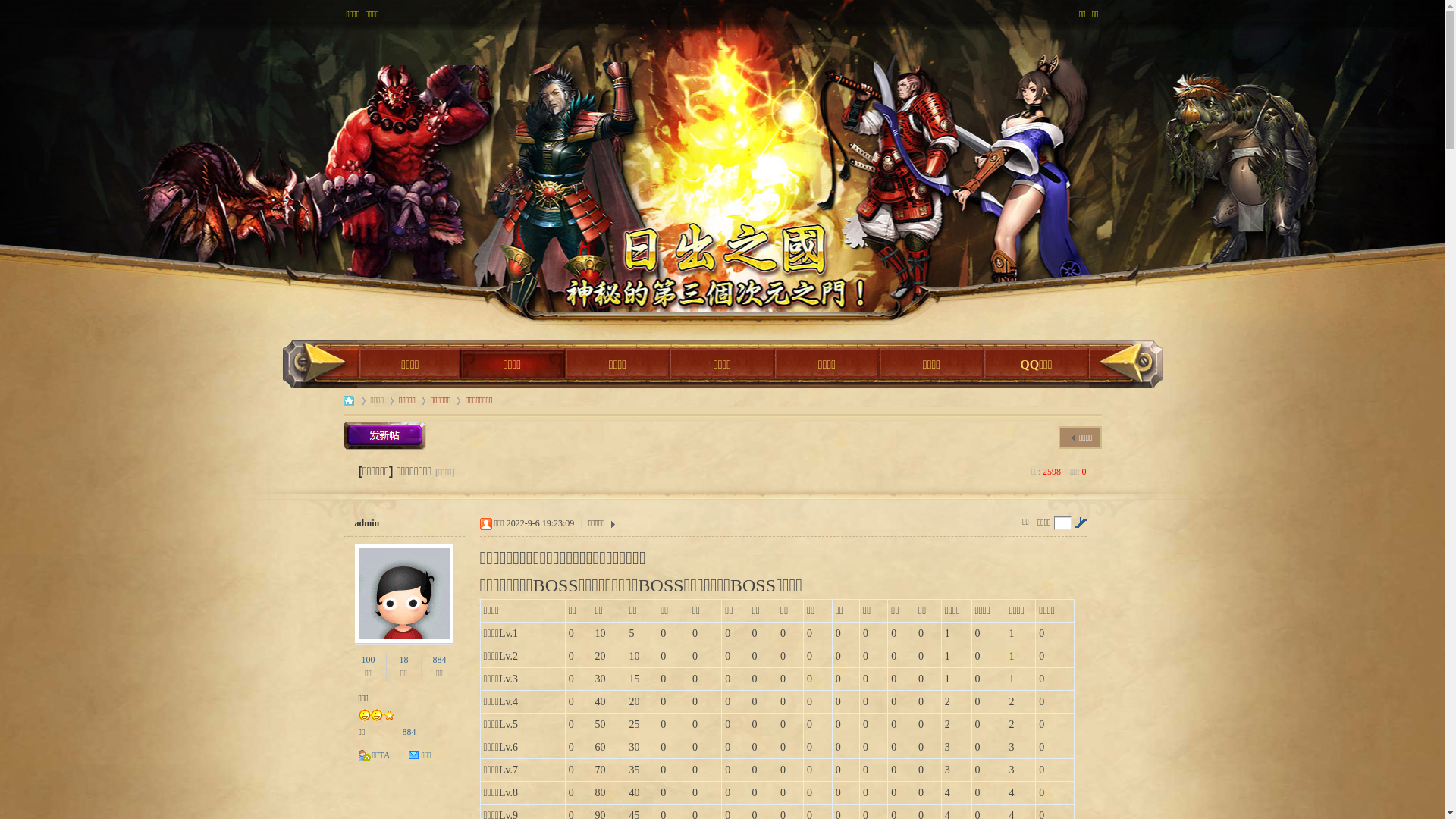  Describe the element at coordinates (368, 659) in the screenshot. I see `'100'` at that location.